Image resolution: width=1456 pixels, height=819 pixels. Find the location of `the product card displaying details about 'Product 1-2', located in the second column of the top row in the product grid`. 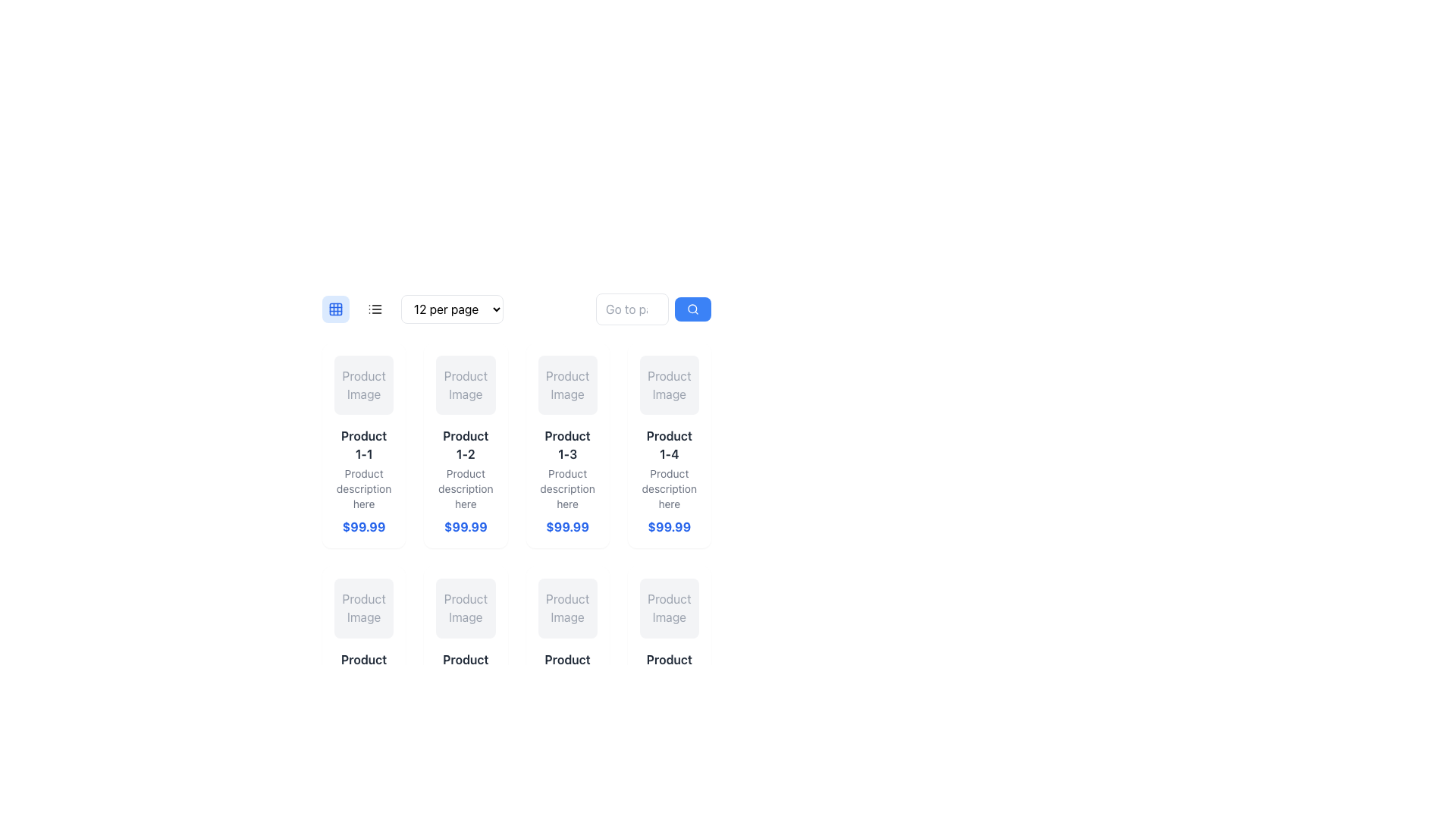

the product card displaying details about 'Product 1-2', located in the second column of the top row in the product grid is located at coordinates (465, 482).